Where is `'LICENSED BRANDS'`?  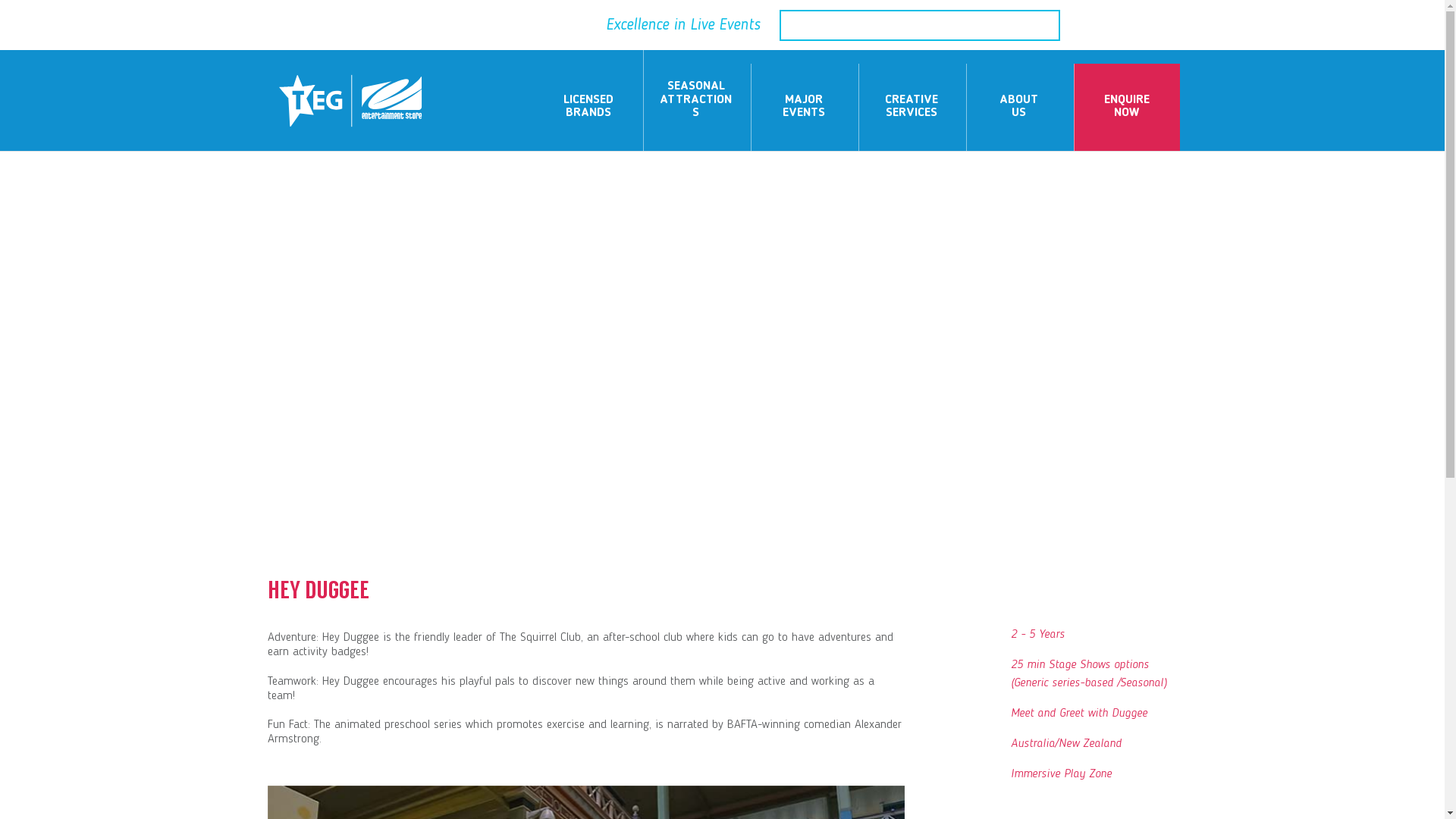
'LICENSED BRANDS' is located at coordinates (588, 106).